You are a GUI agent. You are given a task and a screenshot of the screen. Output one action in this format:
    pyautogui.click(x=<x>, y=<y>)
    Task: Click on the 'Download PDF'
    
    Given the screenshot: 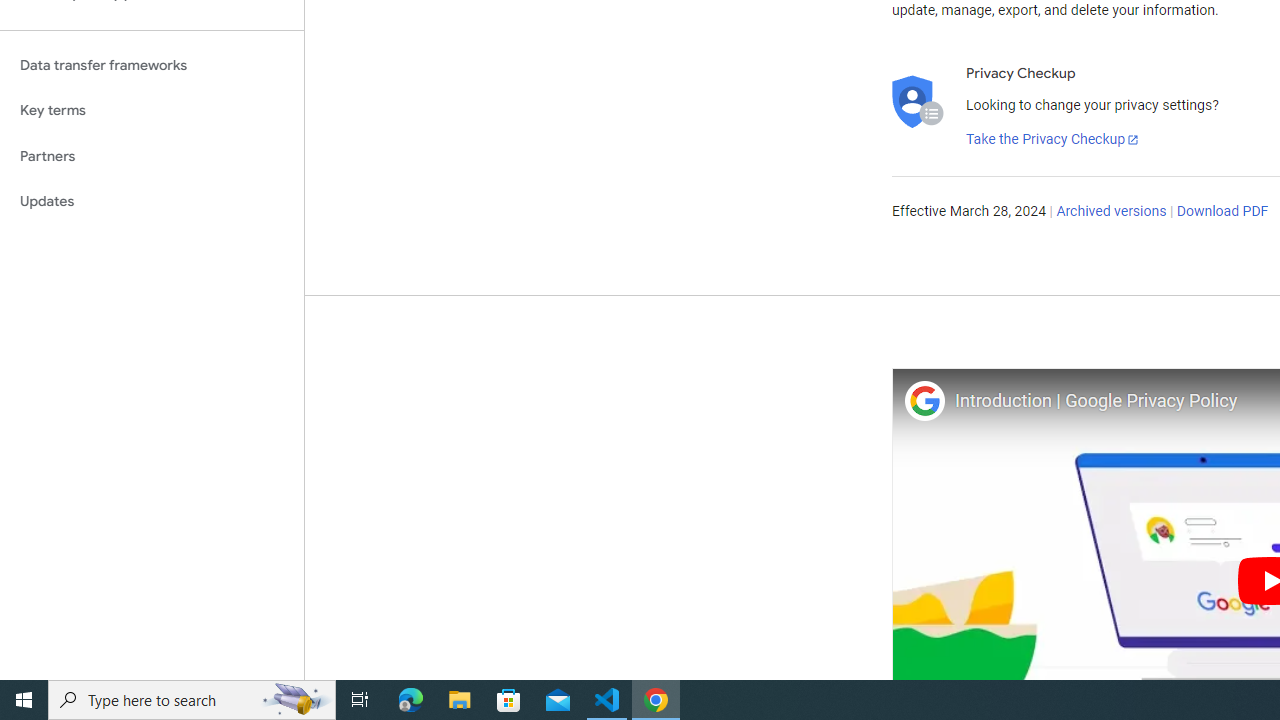 What is the action you would take?
    pyautogui.click(x=1221, y=212)
    